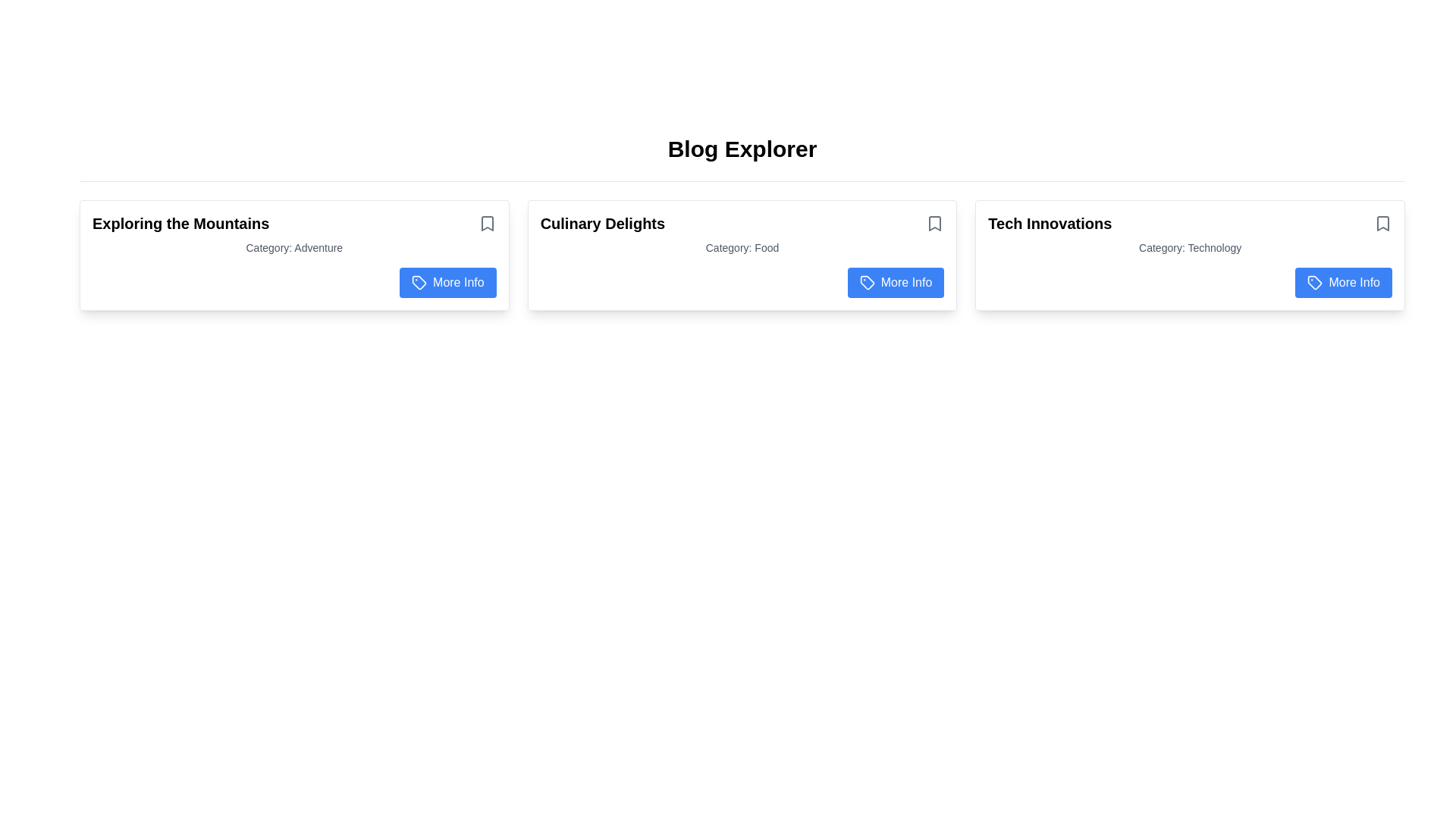  What do you see at coordinates (1344, 283) in the screenshot?
I see `the third blue button labeled 'More Info' with a price tag icon in the 'Tech Innovations' card` at bounding box center [1344, 283].